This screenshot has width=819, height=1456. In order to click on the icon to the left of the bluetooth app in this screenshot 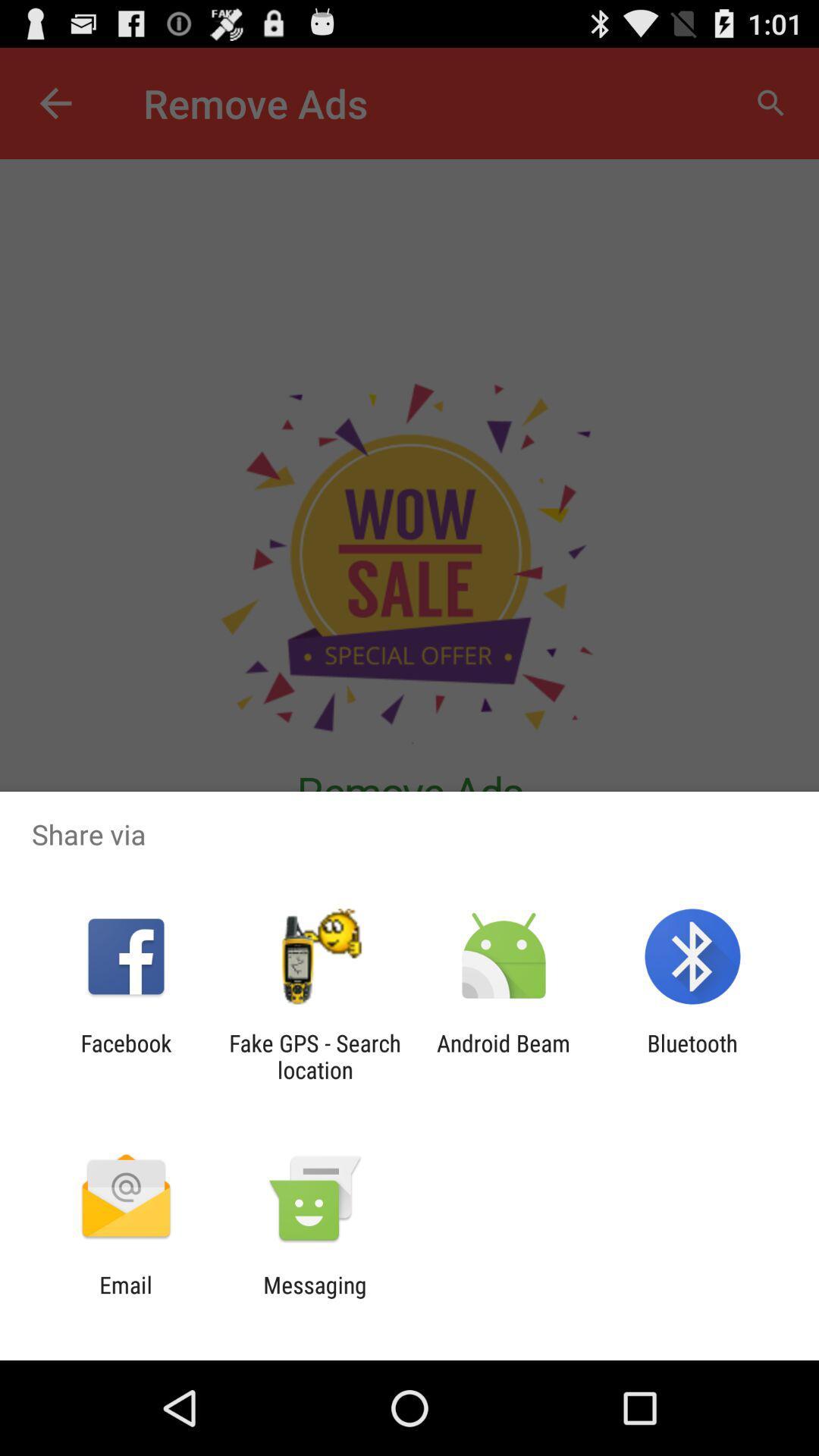, I will do `click(504, 1056)`.